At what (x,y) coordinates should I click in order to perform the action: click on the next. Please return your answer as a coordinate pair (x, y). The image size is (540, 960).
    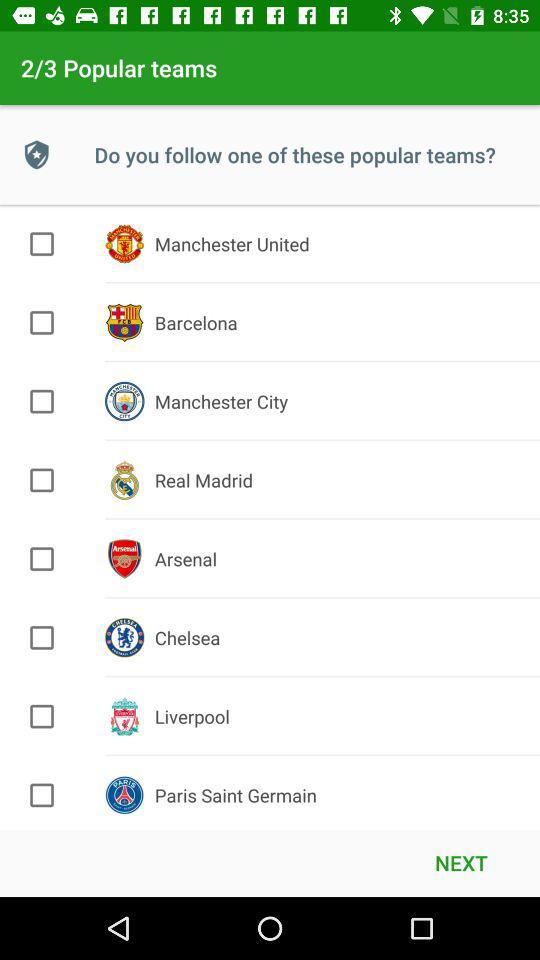
    Looking at the image, I should click on (461, 861).